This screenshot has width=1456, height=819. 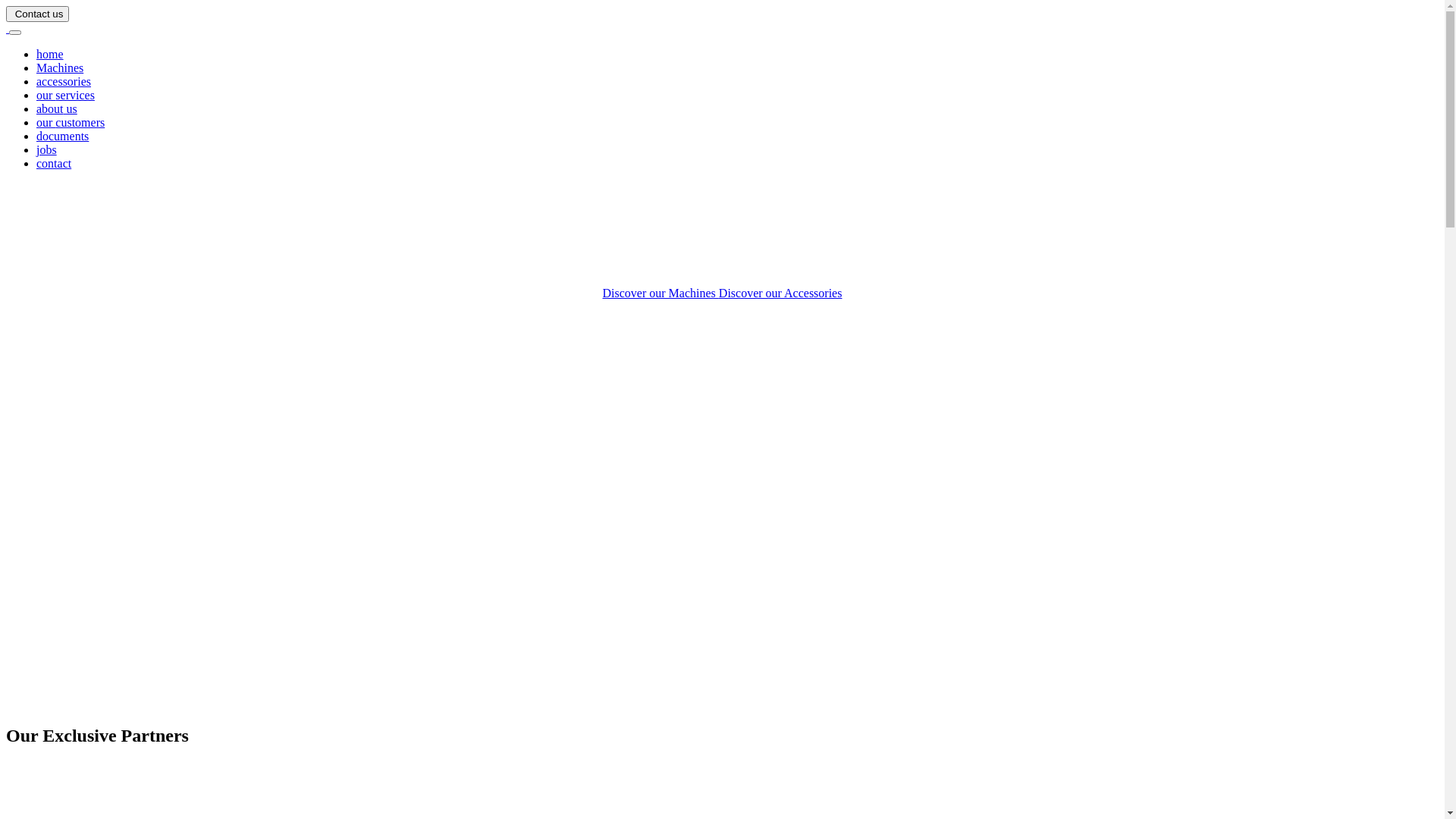 I want to click on 'documents', so click(x=61, y=135).